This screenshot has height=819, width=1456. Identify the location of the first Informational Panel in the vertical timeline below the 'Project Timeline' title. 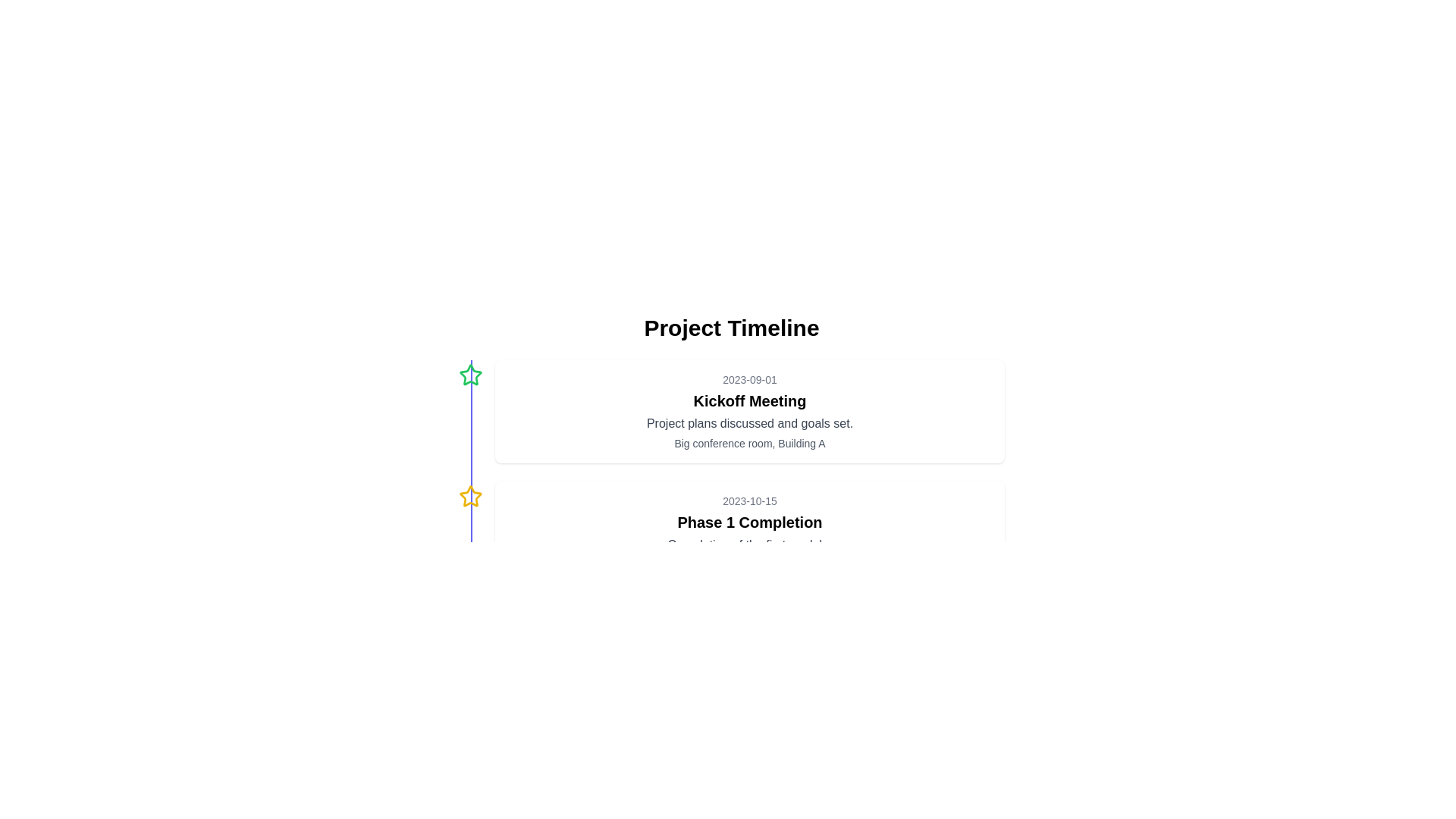
(731, 412).